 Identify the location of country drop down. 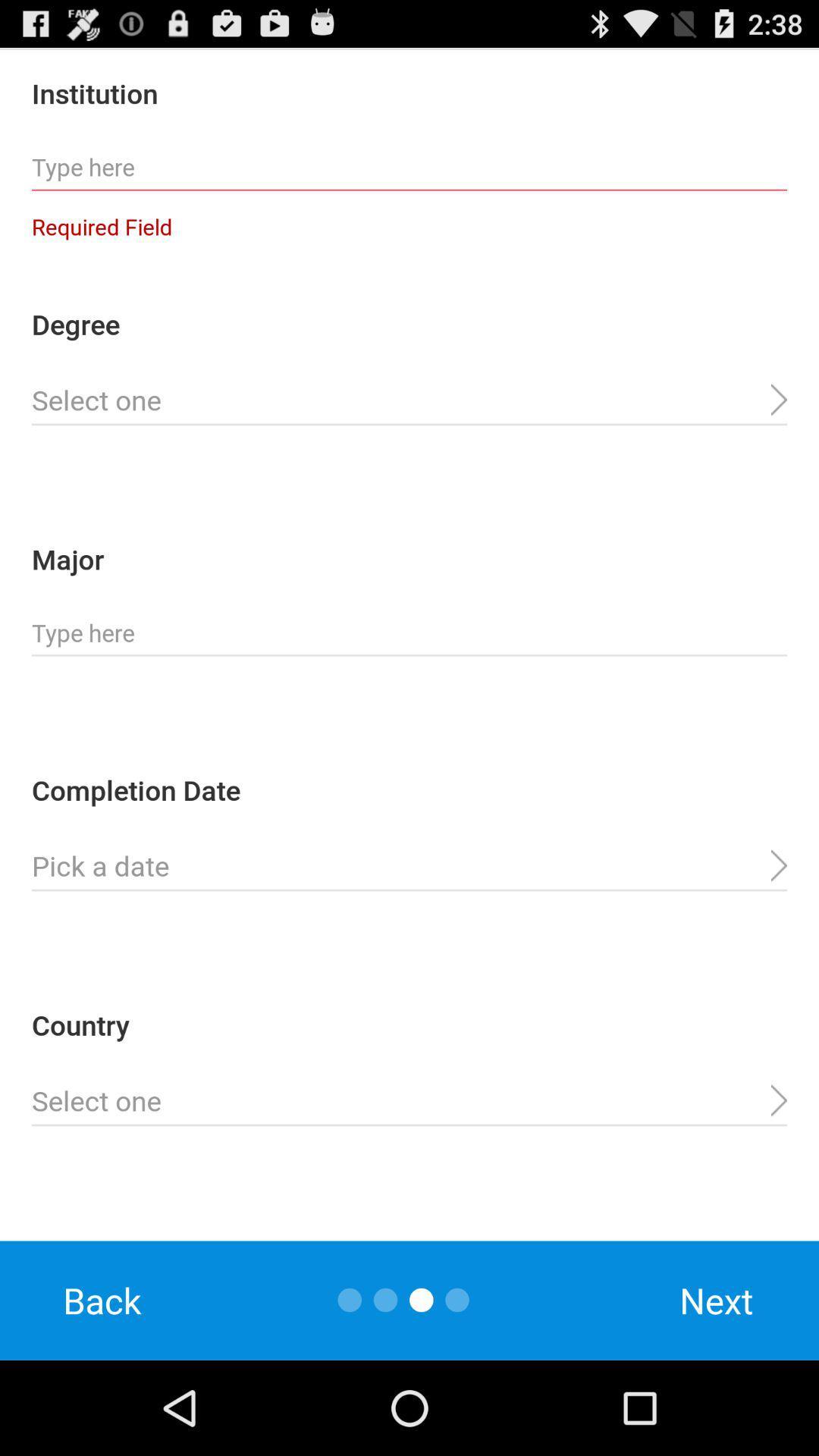
(409, 1101).